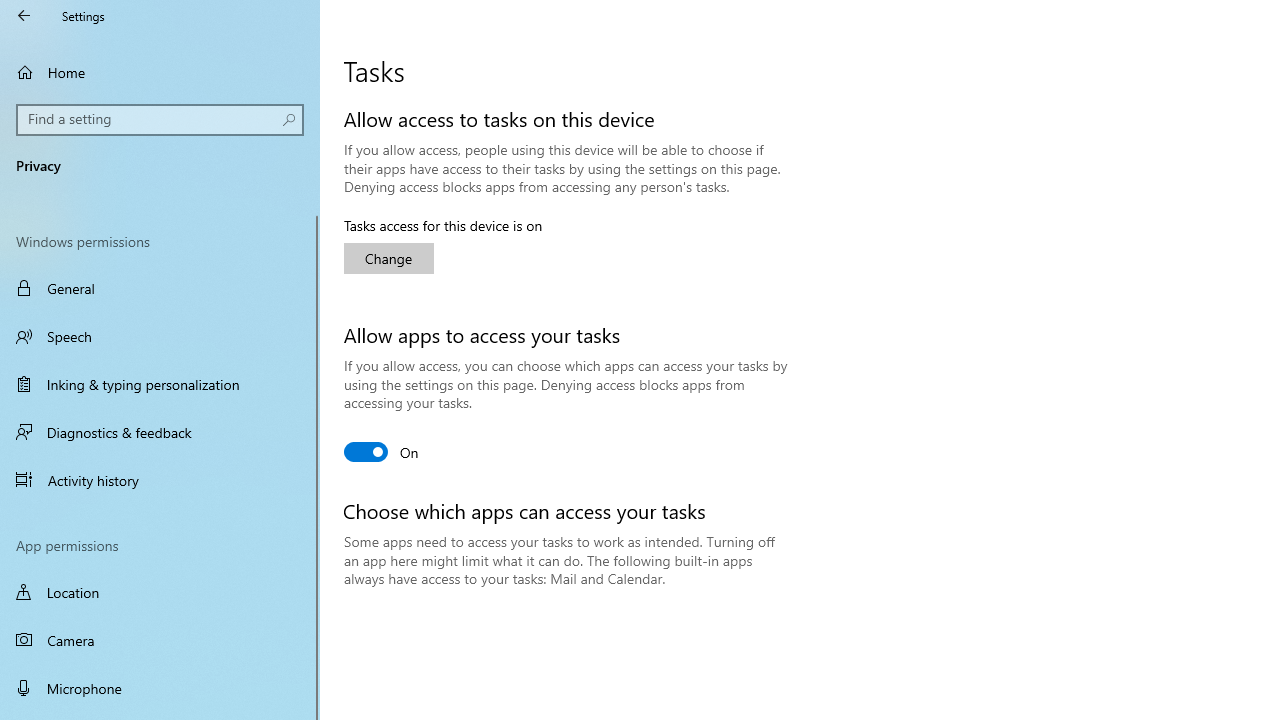 The height and width of the screenshot is (720, 1280). Describe the element at coordinates (160, 591) in the screenshot. I see `'Location'` at that location.